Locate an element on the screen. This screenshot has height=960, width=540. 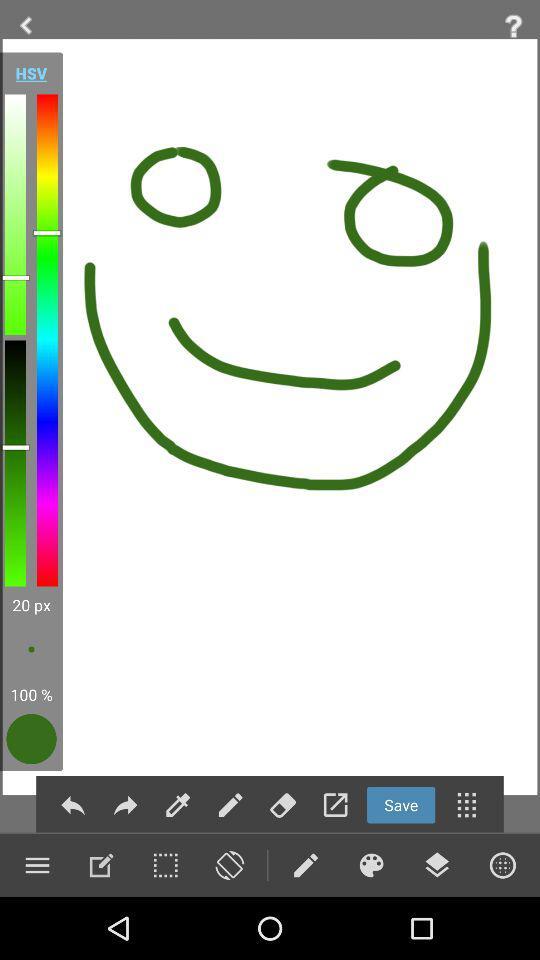
additional options menu is located at coordinates (466, 805).